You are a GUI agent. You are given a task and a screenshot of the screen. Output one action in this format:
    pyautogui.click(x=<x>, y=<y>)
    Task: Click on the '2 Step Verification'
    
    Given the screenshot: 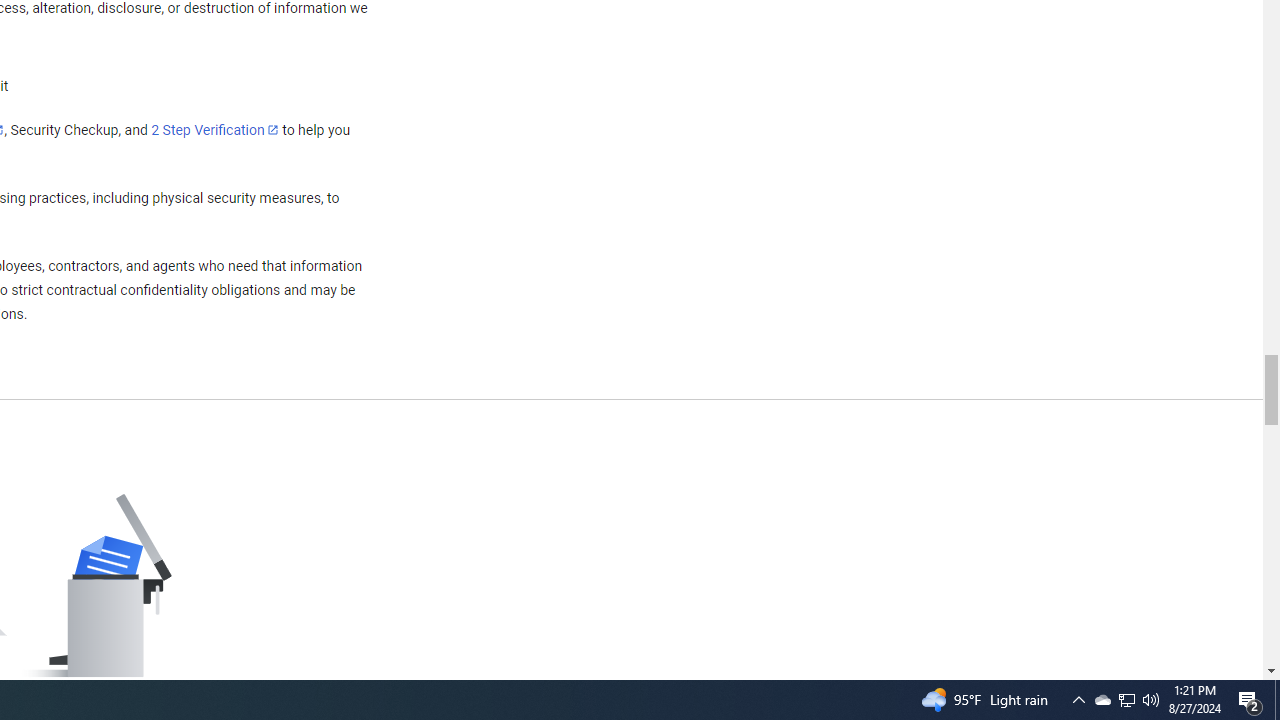 What is the action you would take?
    pyautogui.click(x=215, y=129)
    